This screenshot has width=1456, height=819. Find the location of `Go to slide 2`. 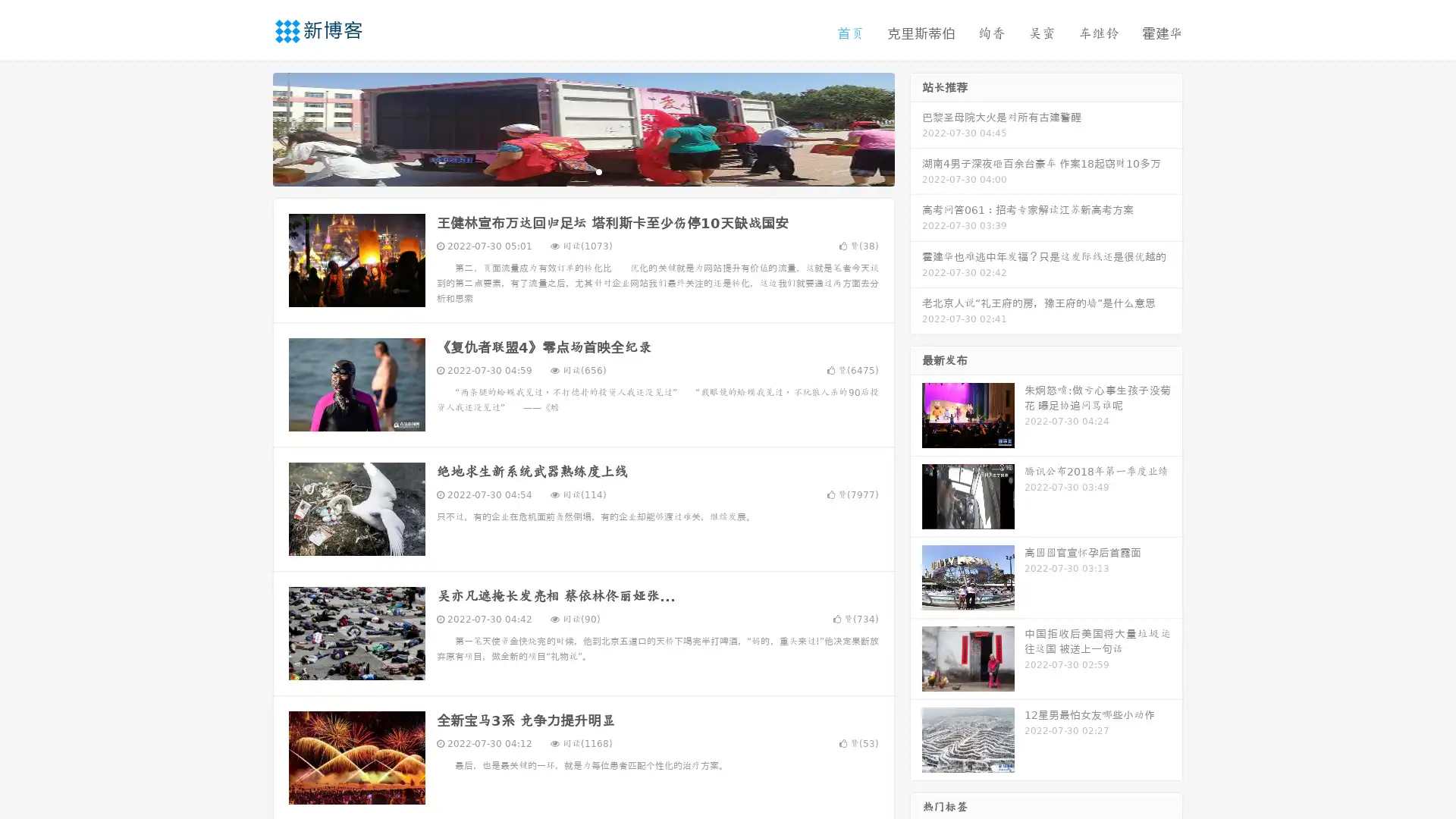

Go to slide 2 is located at coordinates (582, 171).